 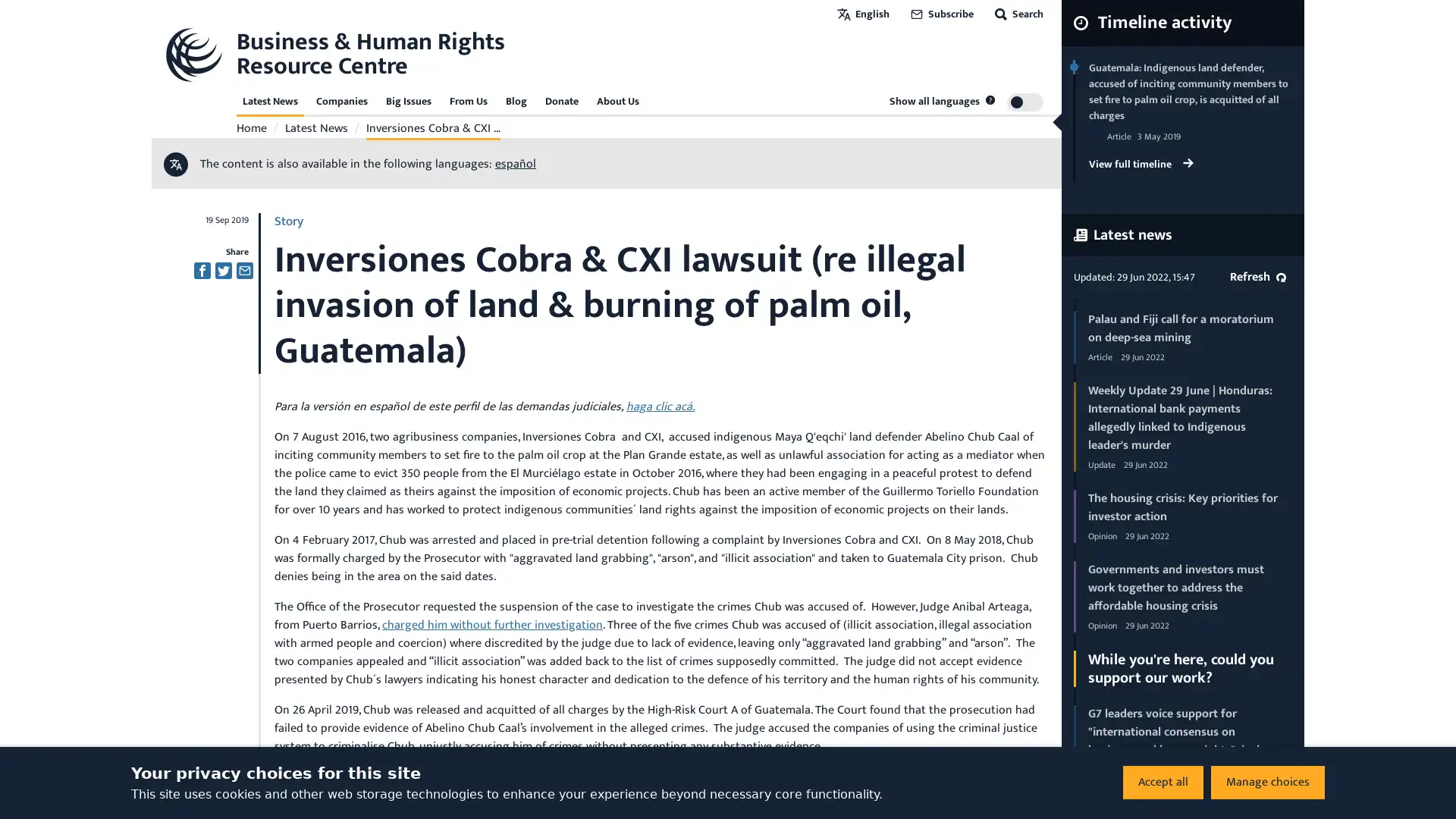 I want to click on Refresh, so click(x=1258, y=277).